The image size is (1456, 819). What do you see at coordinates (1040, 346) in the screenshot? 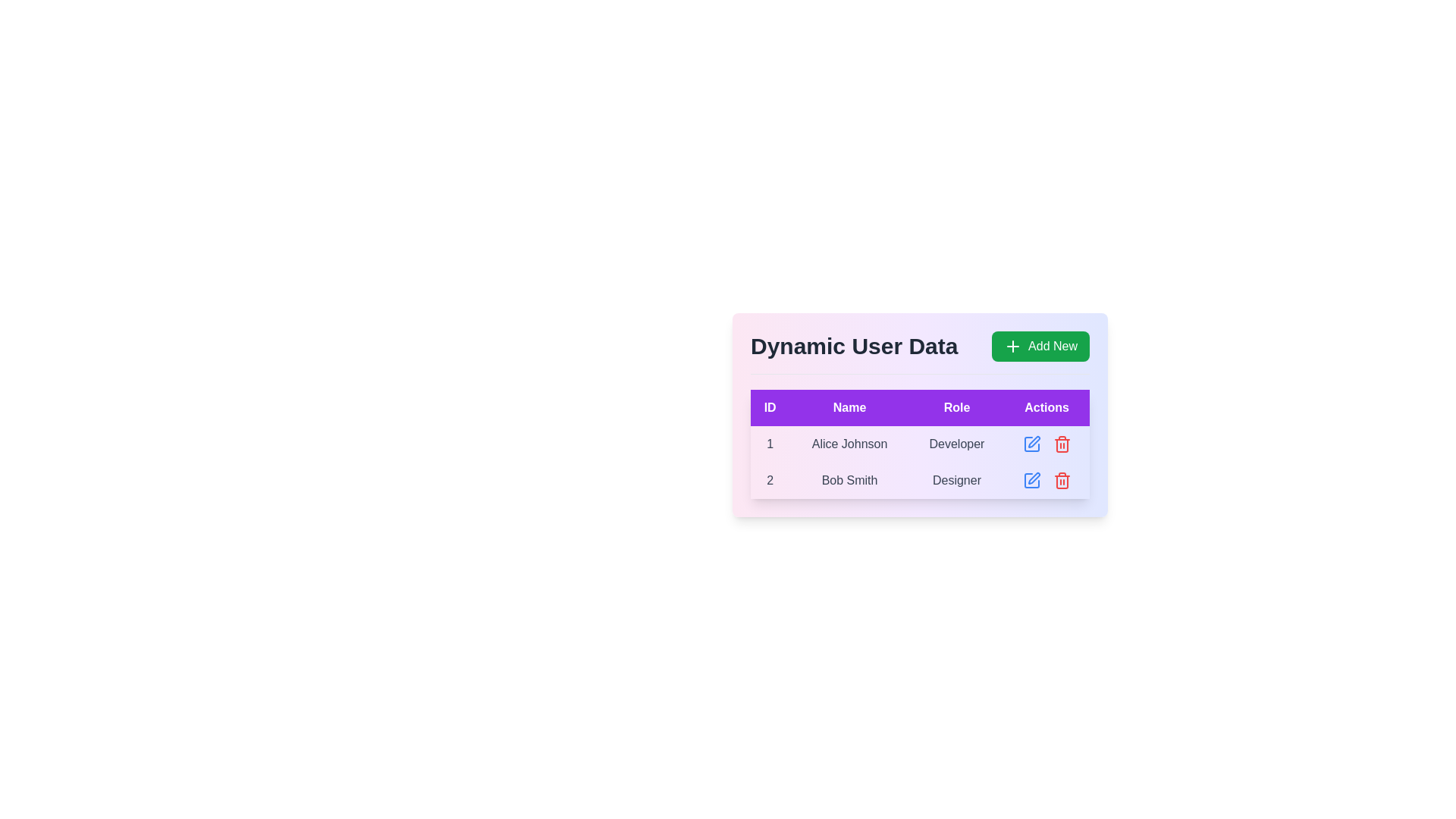
I see `the 'Add New' button` at bounding box center [1040, 346].